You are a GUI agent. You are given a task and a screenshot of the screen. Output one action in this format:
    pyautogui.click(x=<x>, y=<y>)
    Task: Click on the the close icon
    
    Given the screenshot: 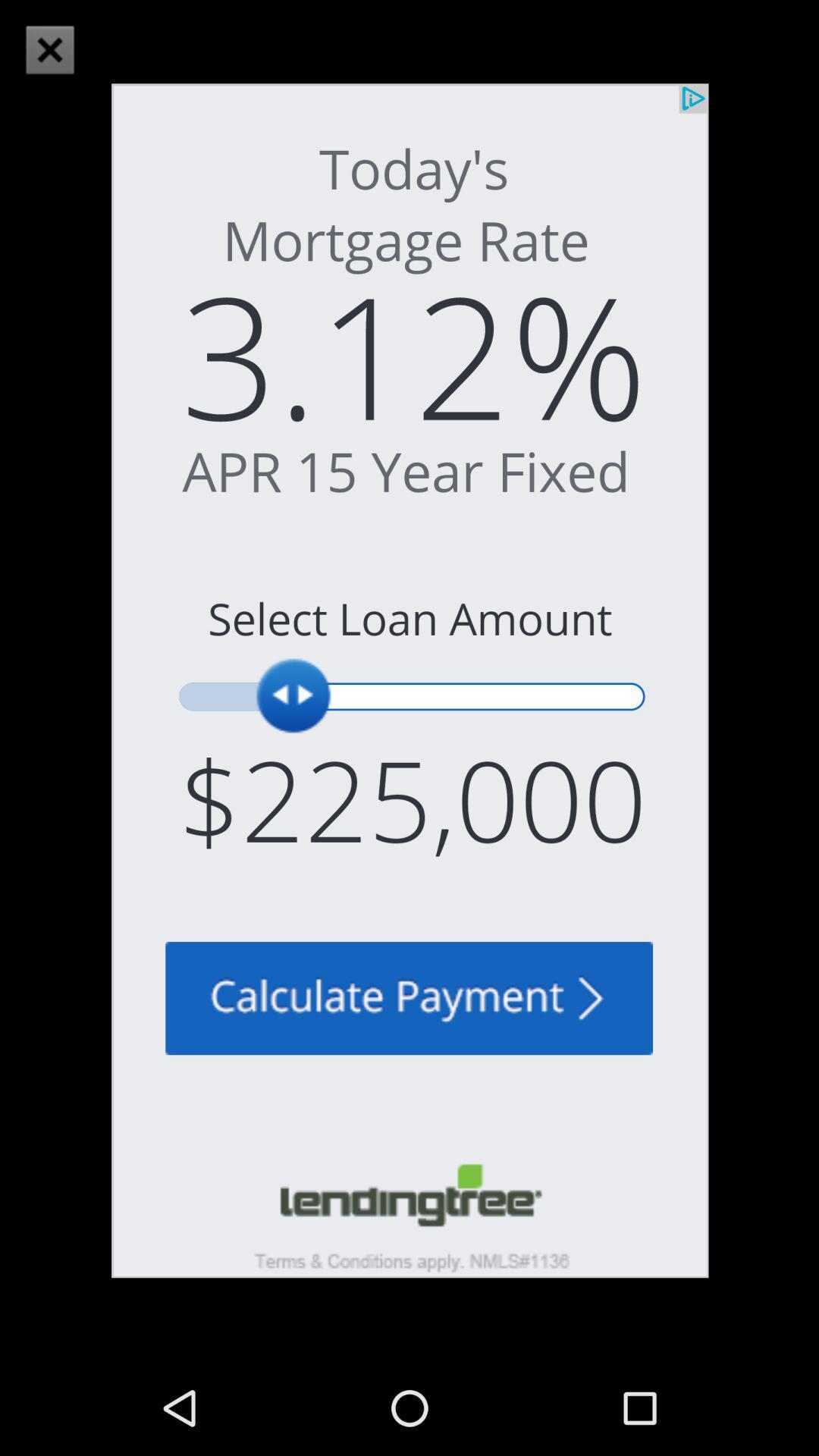 What is the action you would take?
    pyautogui.click(x=49, y=53)
    